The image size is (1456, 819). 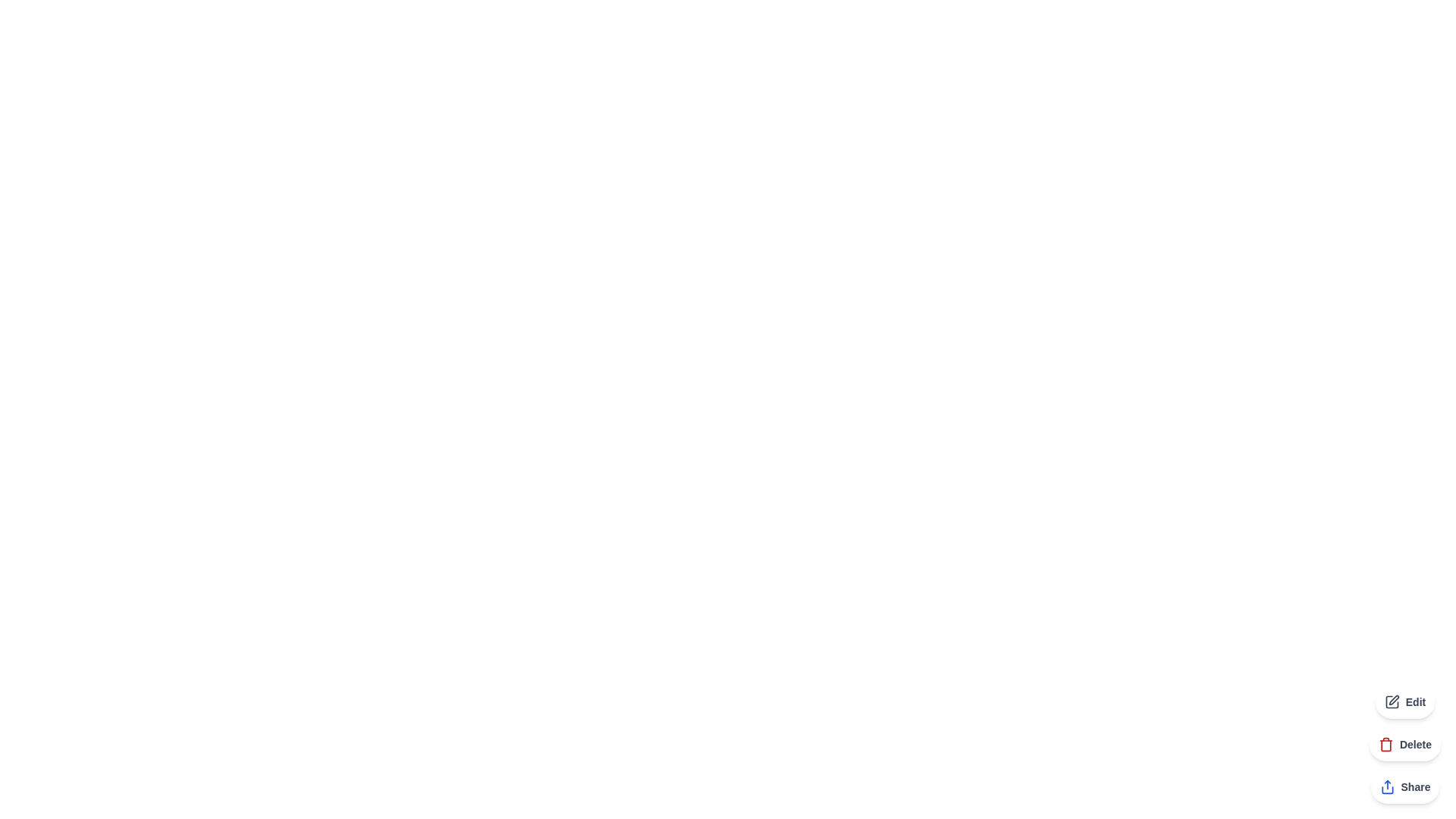 What do you see at coordinates (1404, 744) in the screenshot?
I see `the second button in the sequence of three buttons located at the bottom-right corner of the main interface to invoke the delete operation` at bounding box center [1404, 744].